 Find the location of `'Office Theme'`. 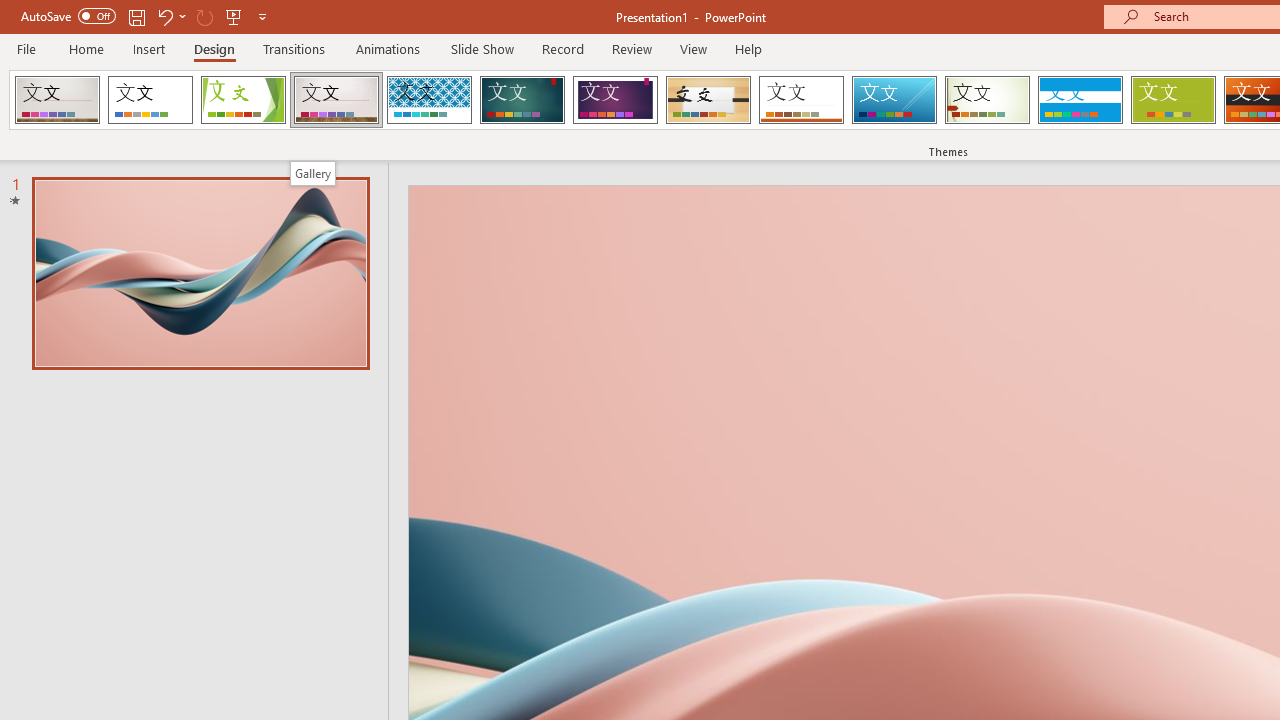

'Office Theme' is located at coordinates (149, 100).